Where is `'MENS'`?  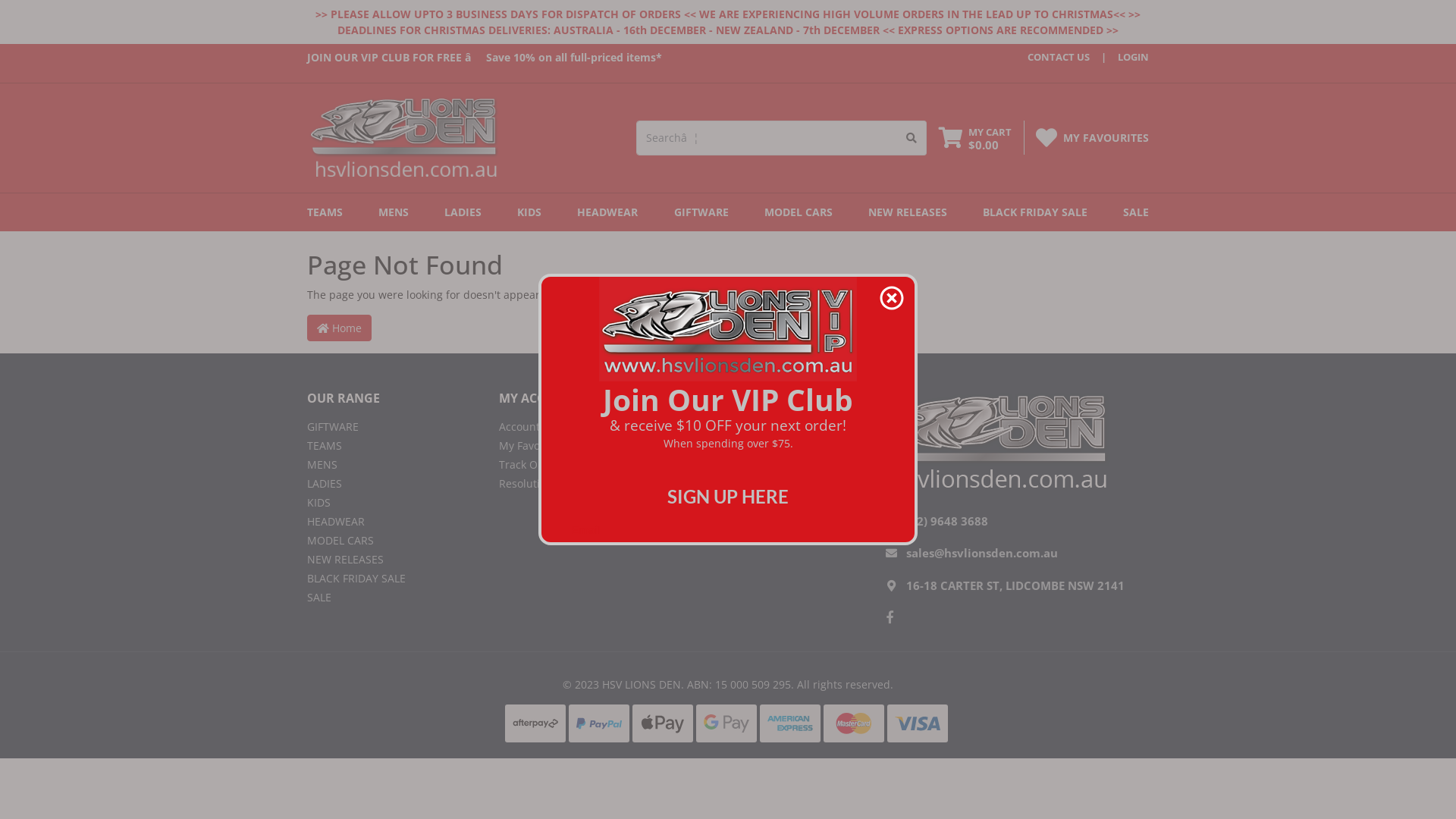
'MENS' is located at coordinates (393, 212).